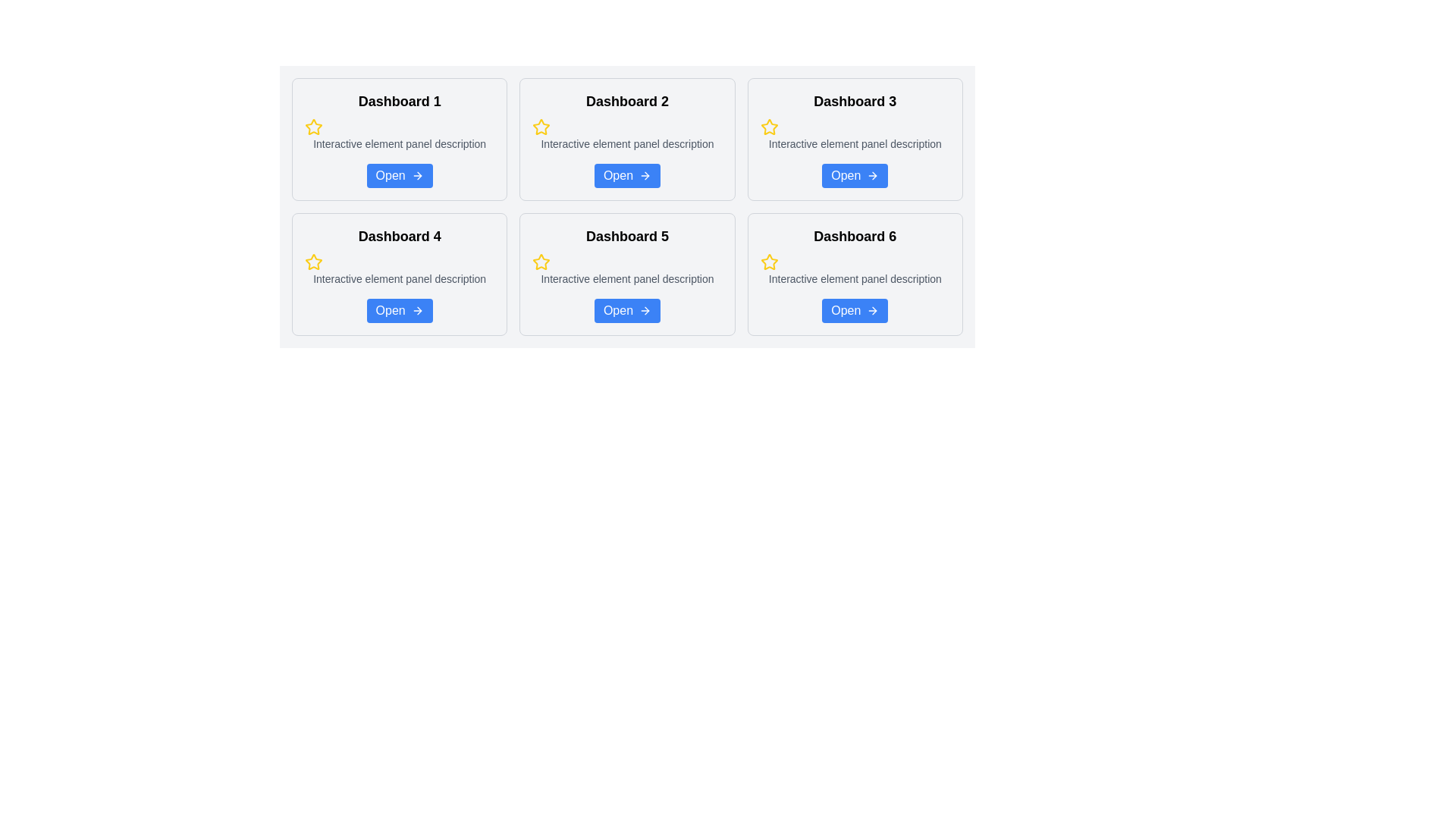 The height and width of the screenshot is (819, 1456). I want to click on the star-shaped icon with a gold outline located in the top-left corner of the 'Dashboard 4' card to potentially reveal additional information, so click(312, 261).